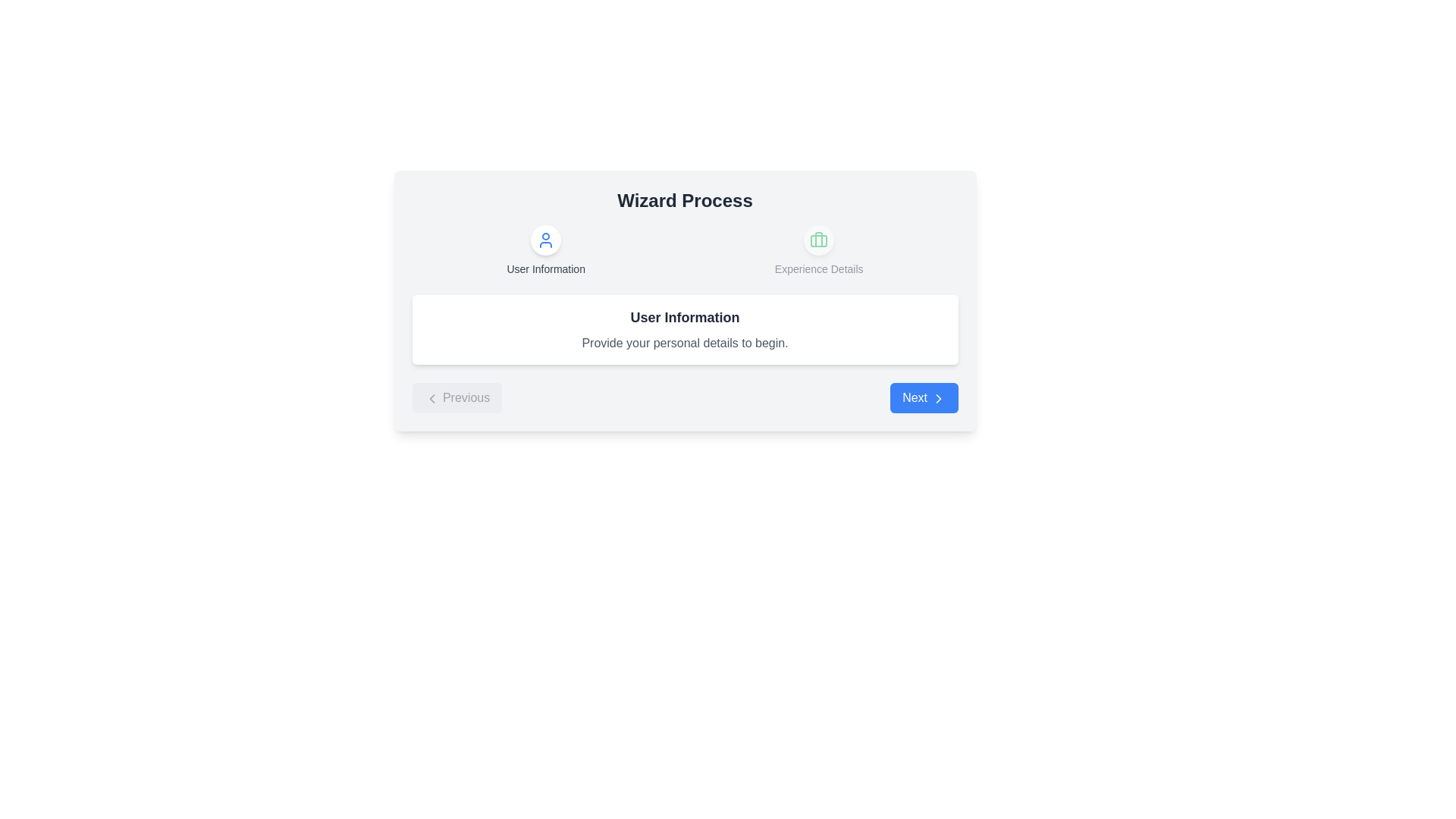 The image size is (1456, 819). Describe the element at coordinates (937, 397) in the screenshot. I see `the rightward-pointing chevron icon within the 'Next' button, which is a blue rectangular button with rounded corners located at the bottom-right corner of a card interface` at that location.